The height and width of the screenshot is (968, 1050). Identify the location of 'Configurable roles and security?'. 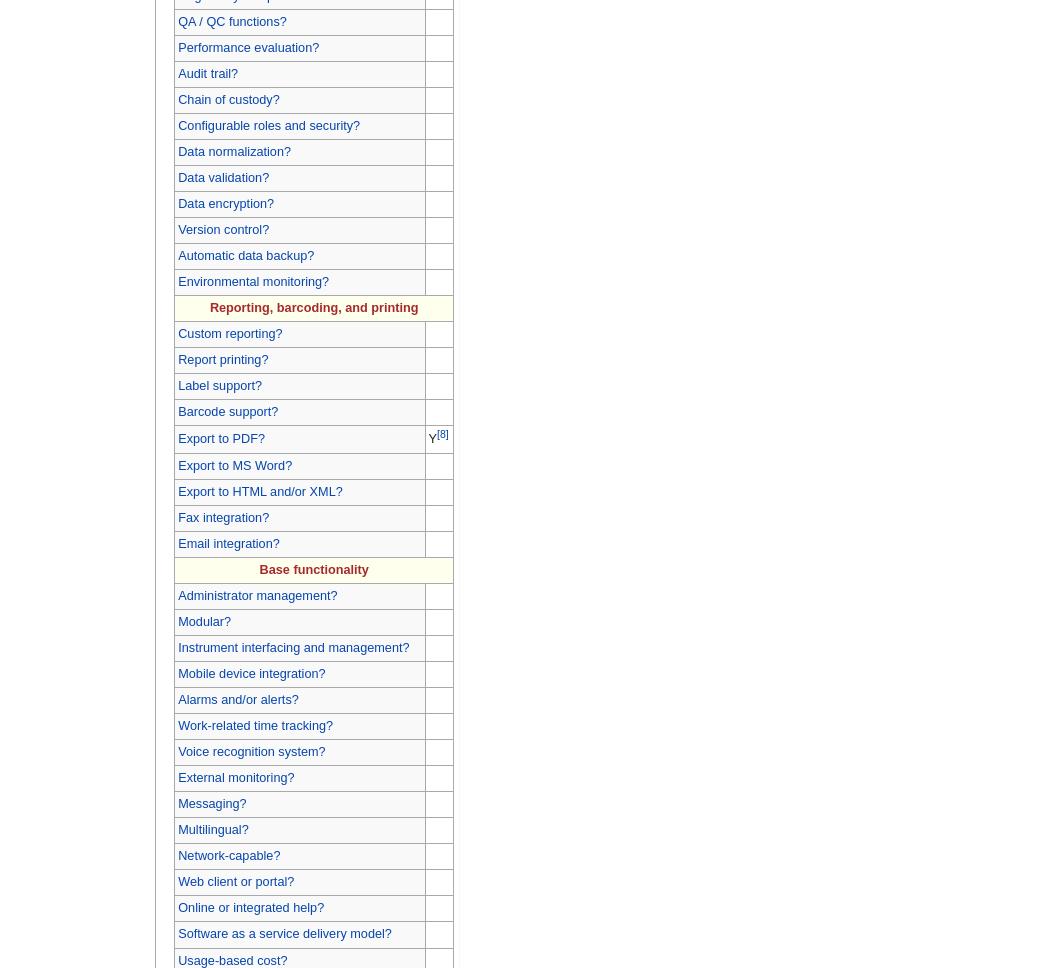
(268, 123).